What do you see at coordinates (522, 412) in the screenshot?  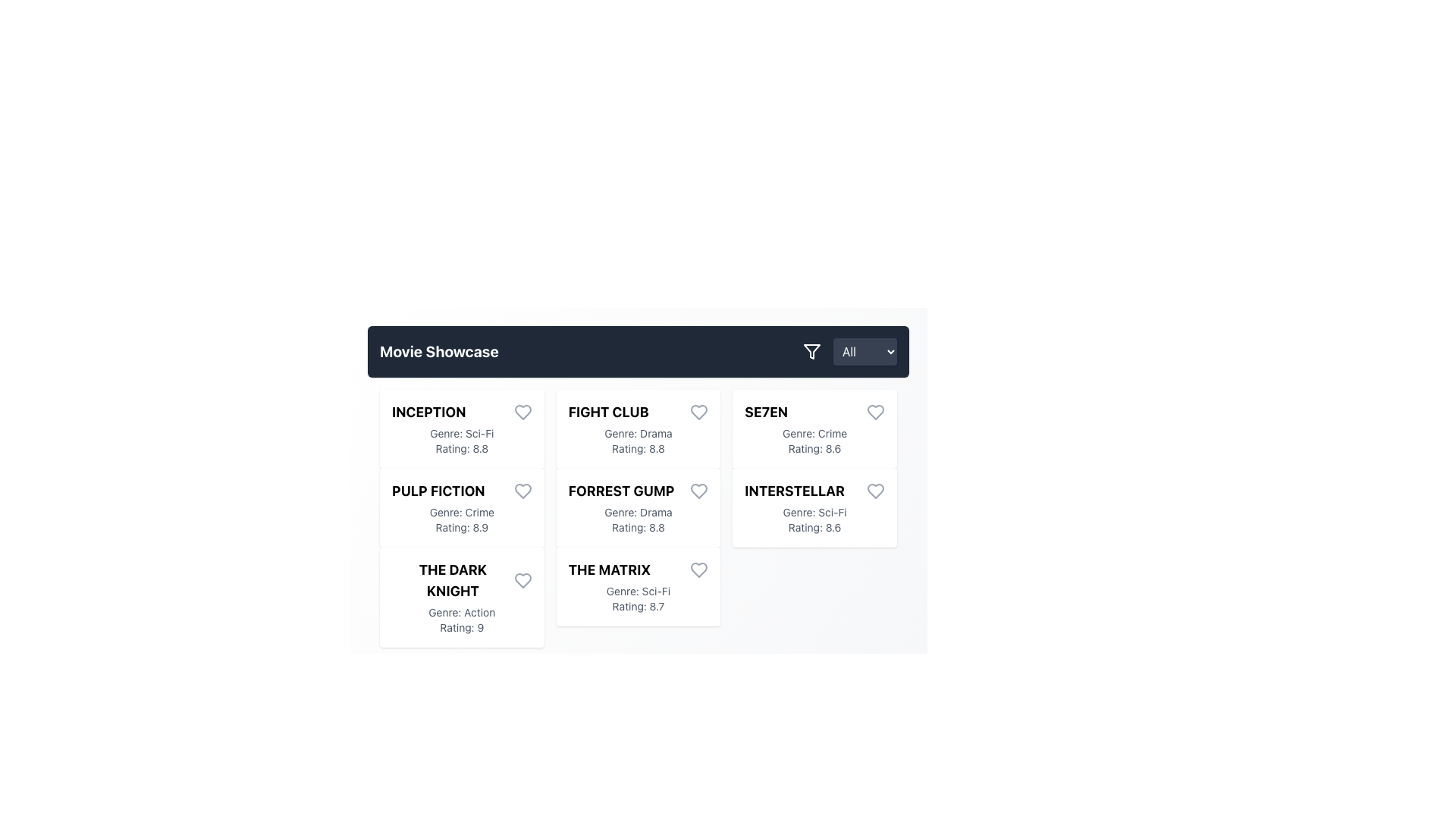 I see `the heart icon located at the top right of the card for the movie 'Inception' in the grid layout` at bounding box center [522, 412].